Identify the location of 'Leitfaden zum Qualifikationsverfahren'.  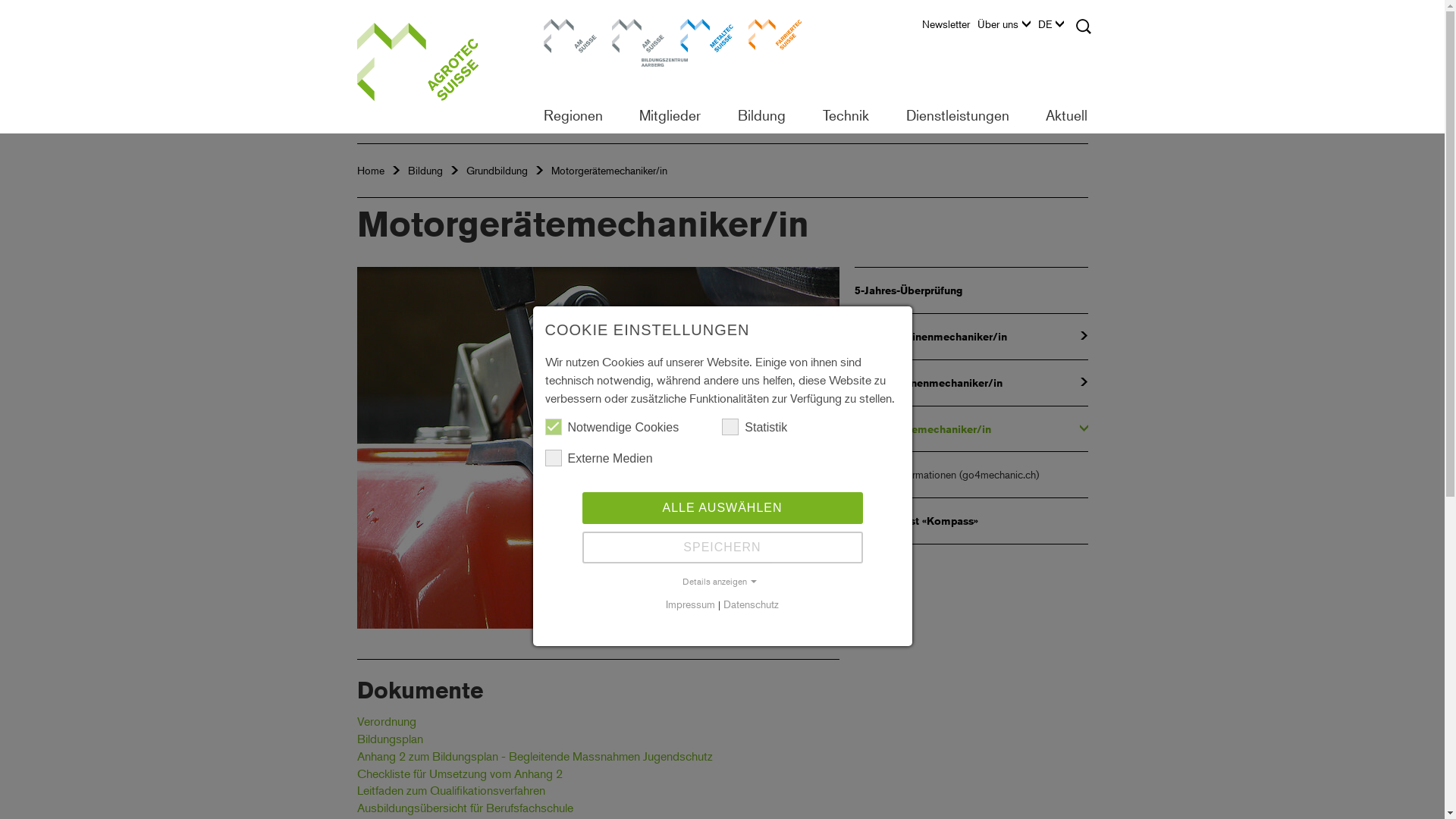
(450, 789).